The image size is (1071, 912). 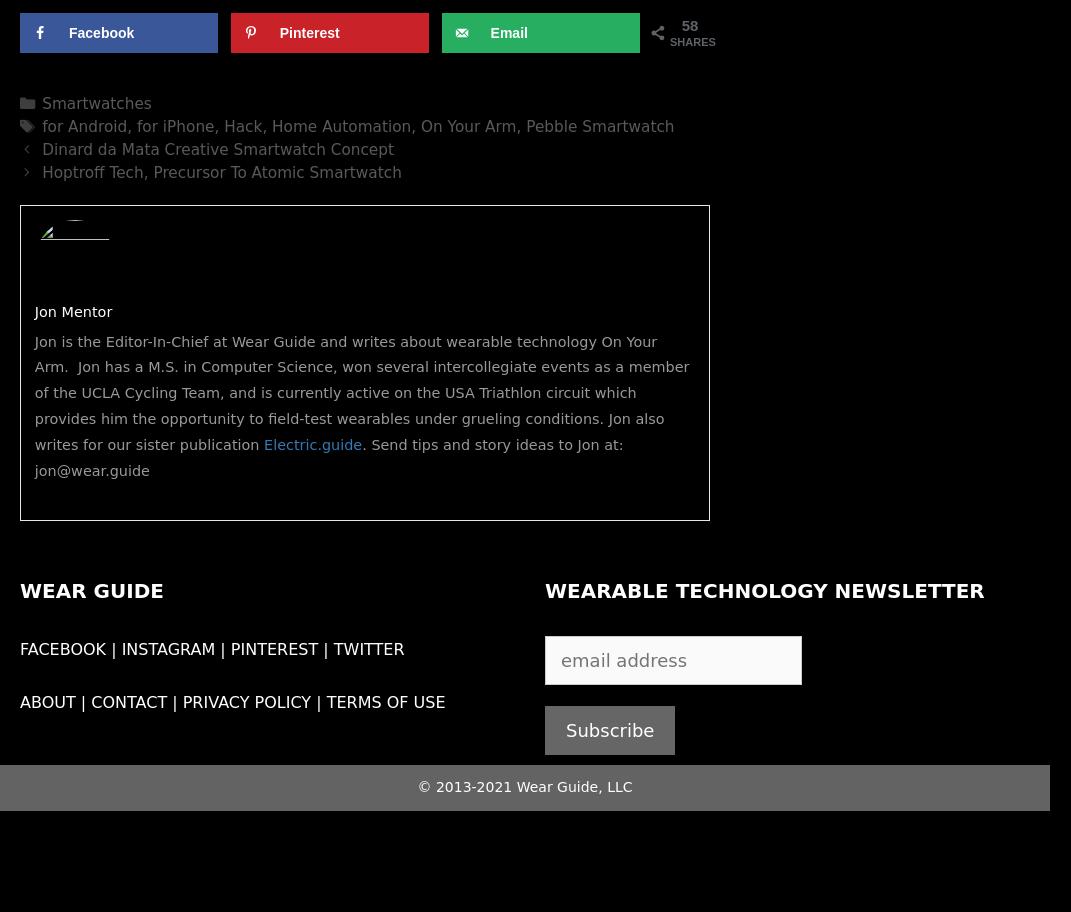 What do you see at coordinates (72, 311) in the screenshot?
I see `'Jon Mentor'` at bounding box center [72, 311].